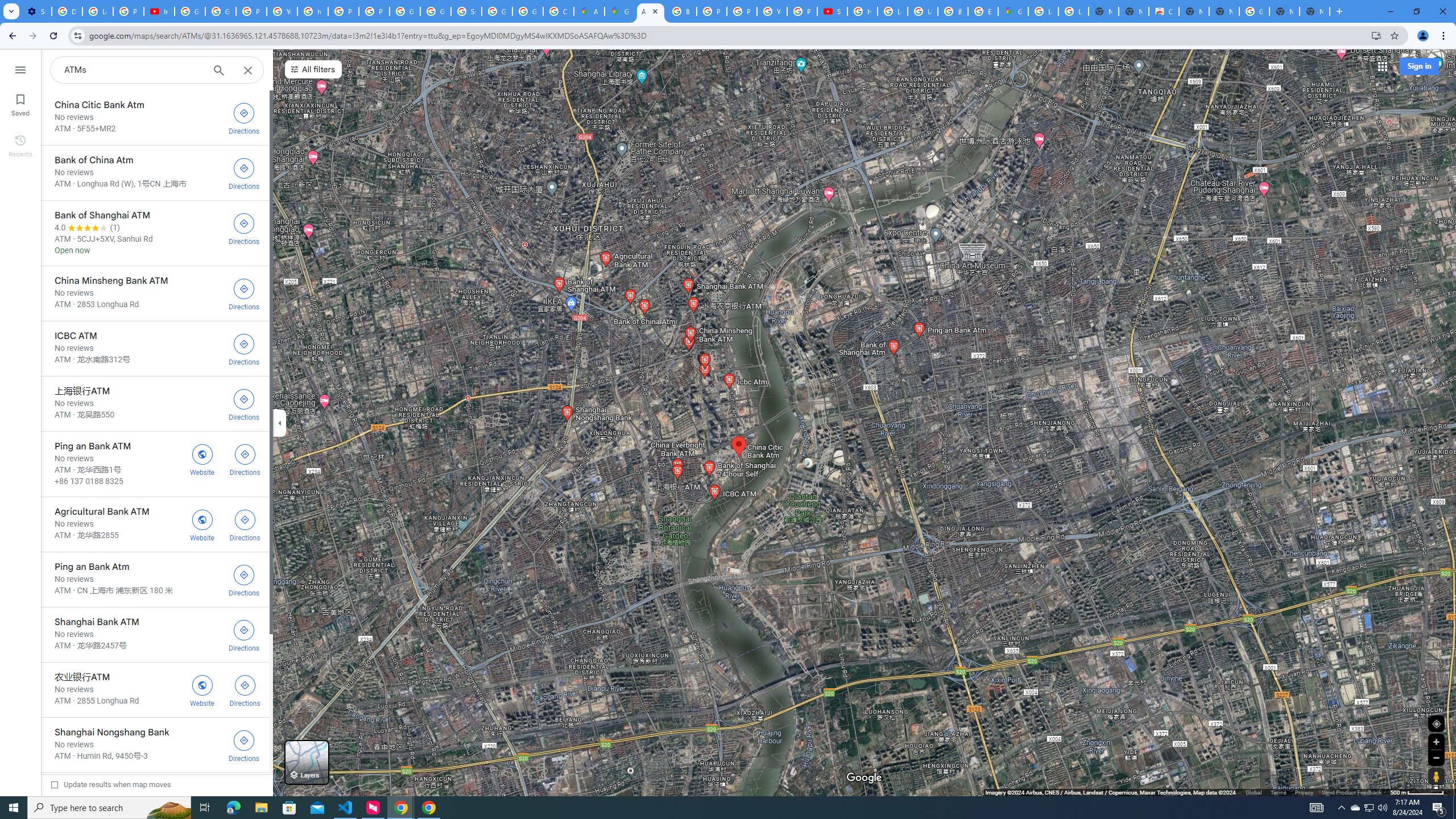 The height and width of the screenshot is (819, 1456). Describe the element at coordinates (155, 464) in the screenshot. I see `'Ping an Bank ATM'` at that location.